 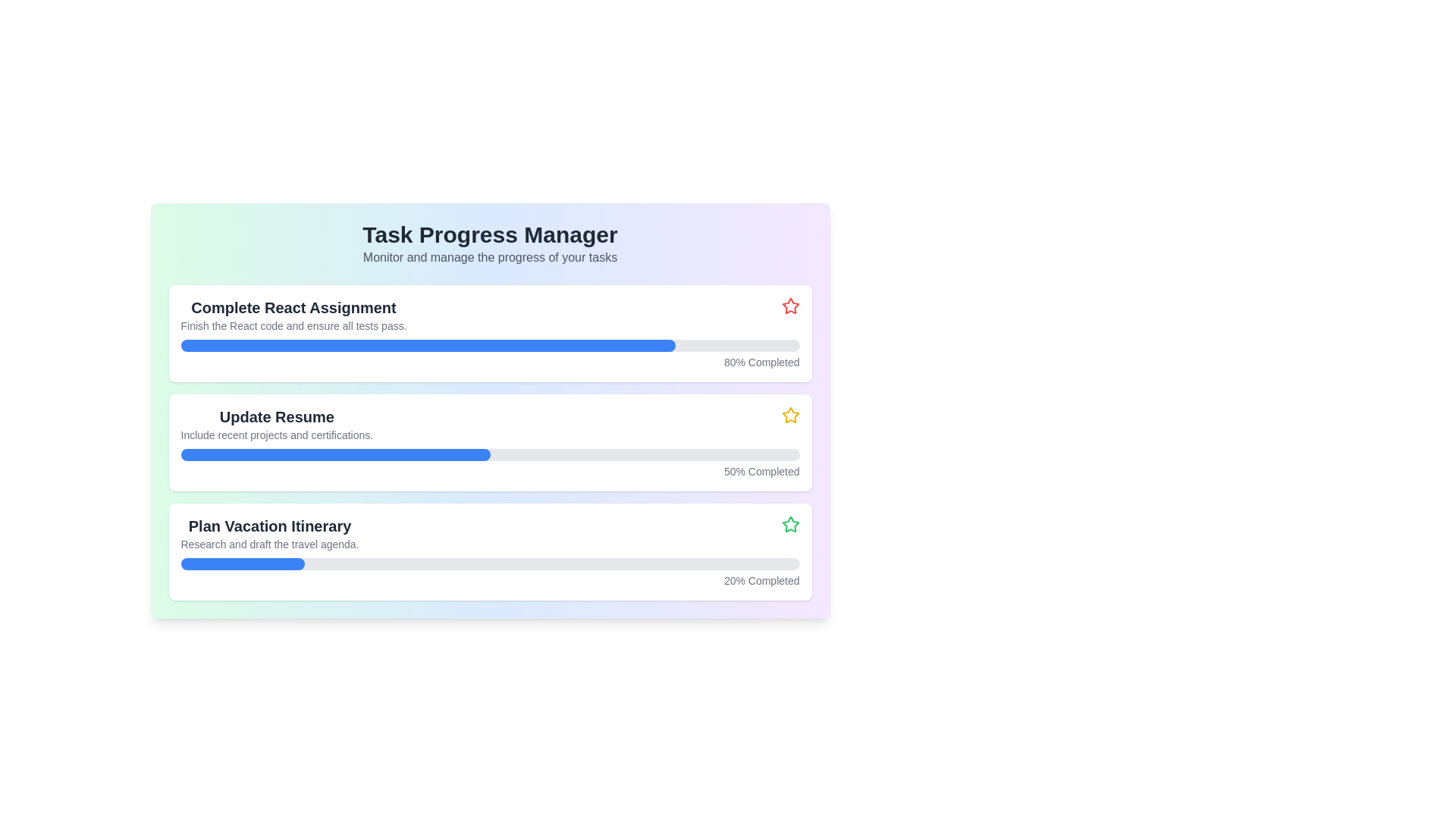 I want to click on the text block titled 'Update Resume', which includes the subtitle 'Include recent projects and certifications', located in the Task Progress Manager interface, so click(x=277, y=424).